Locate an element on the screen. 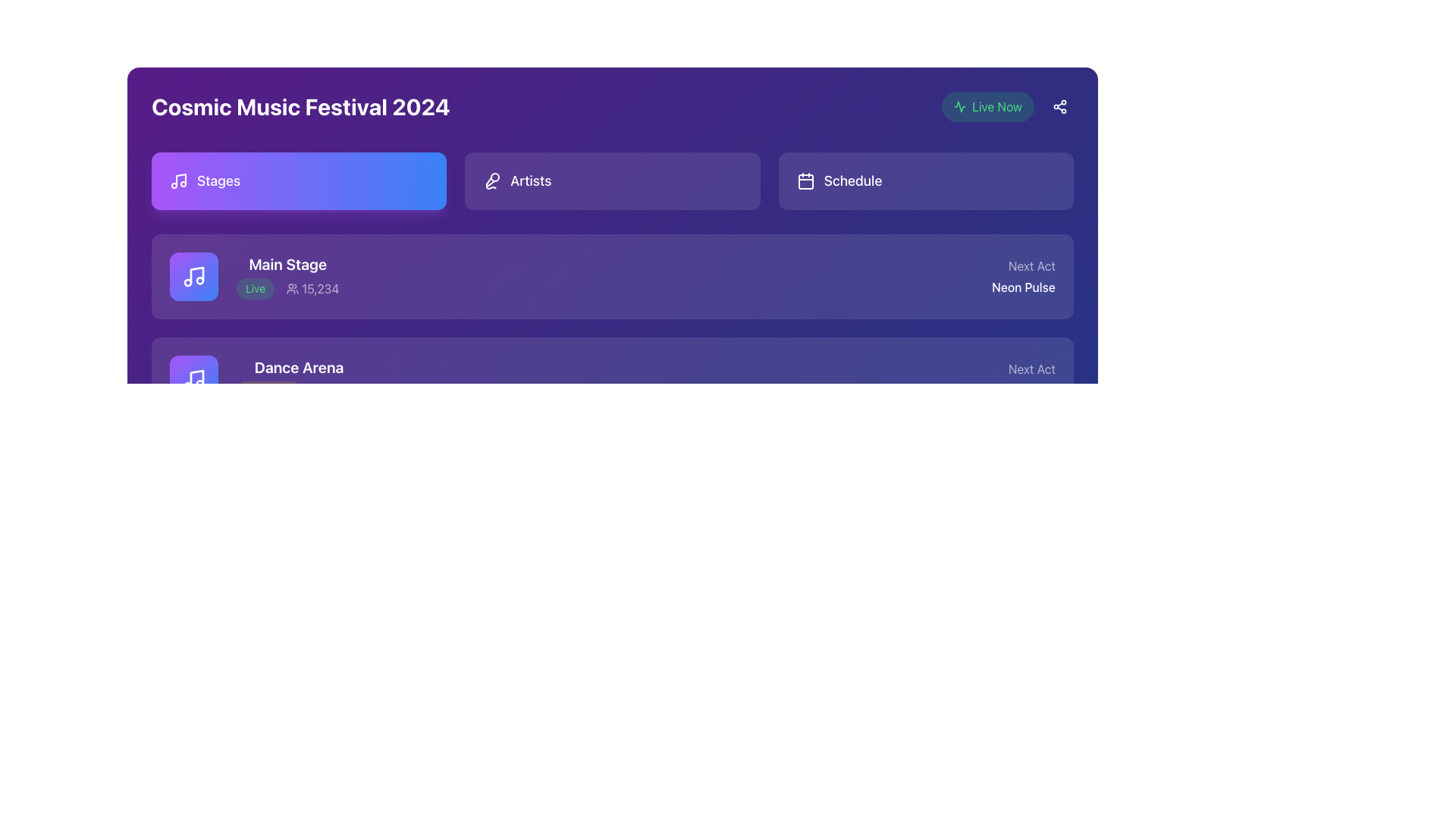  the static text label 'Next Act' located in the top-right part of the 'Main Stage' section, which precedes the text 'Neon Pulse' is located at coordinates (1024, 265).